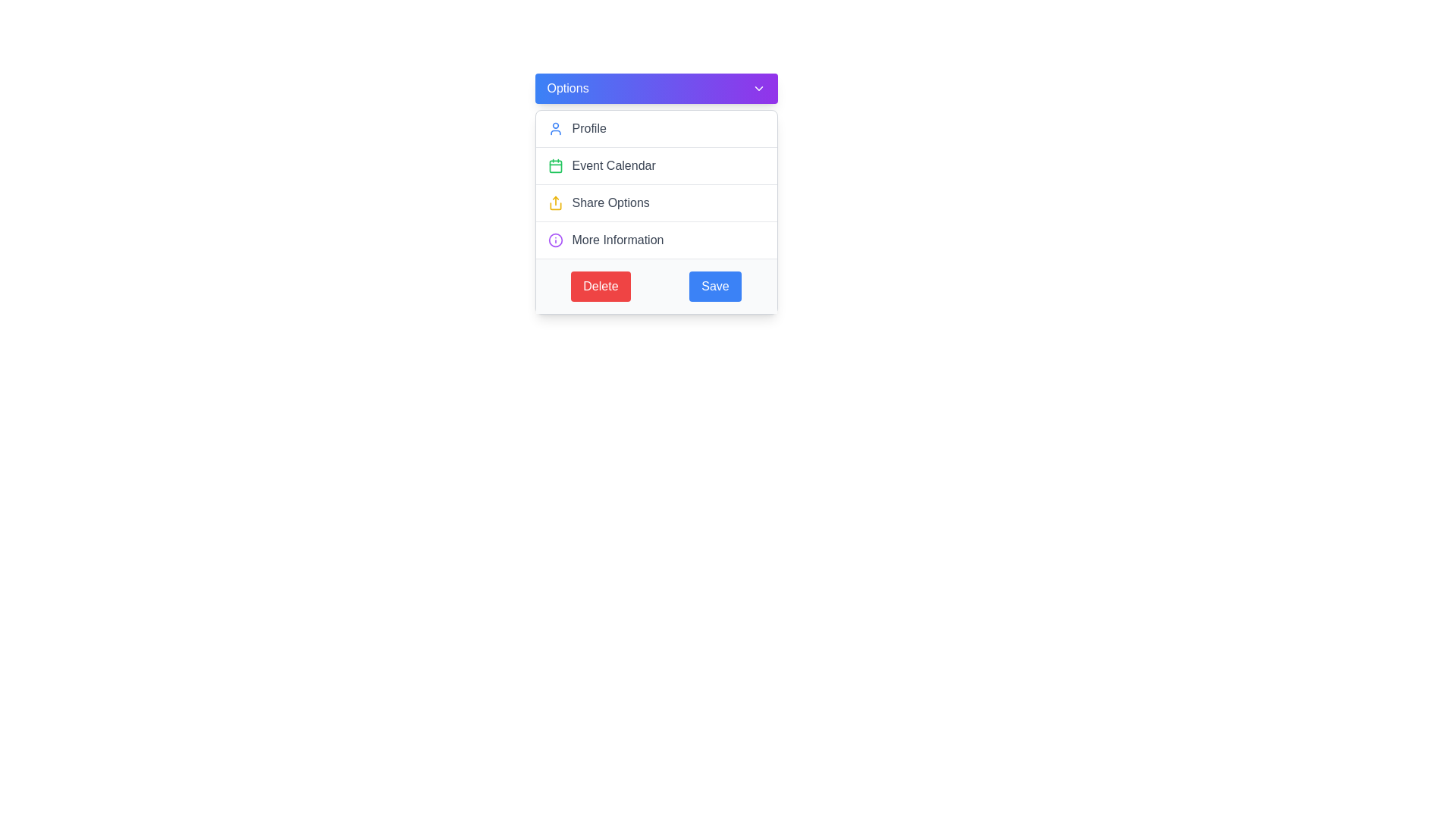 Image resolution: width=1456 pixels, height=819 pixels. Describe the element at coordinates (656, 127) in the screenshot. I see `the first item in the 'Options' dropdown menu` at that location.